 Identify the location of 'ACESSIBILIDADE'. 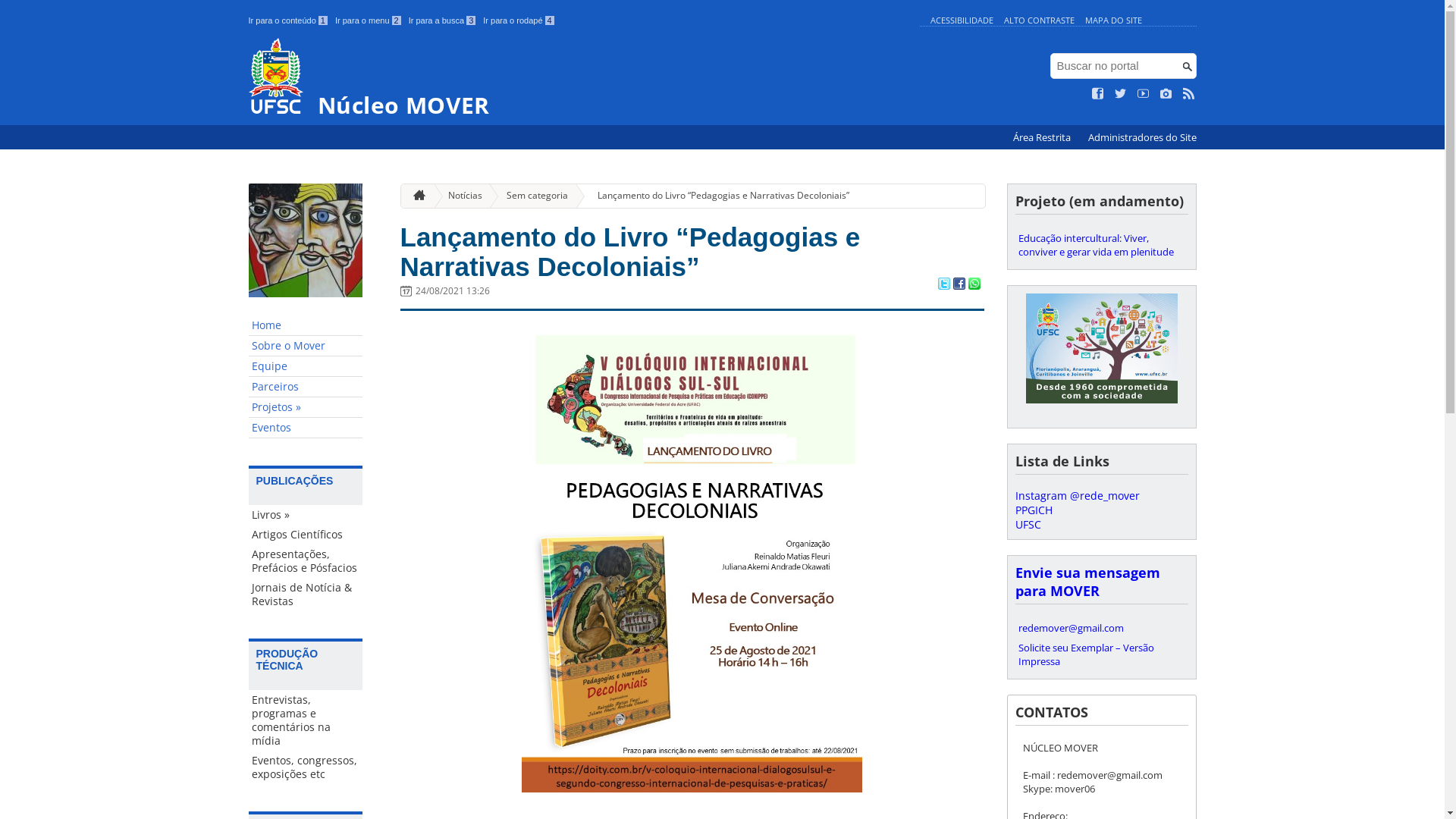
(960, 20).